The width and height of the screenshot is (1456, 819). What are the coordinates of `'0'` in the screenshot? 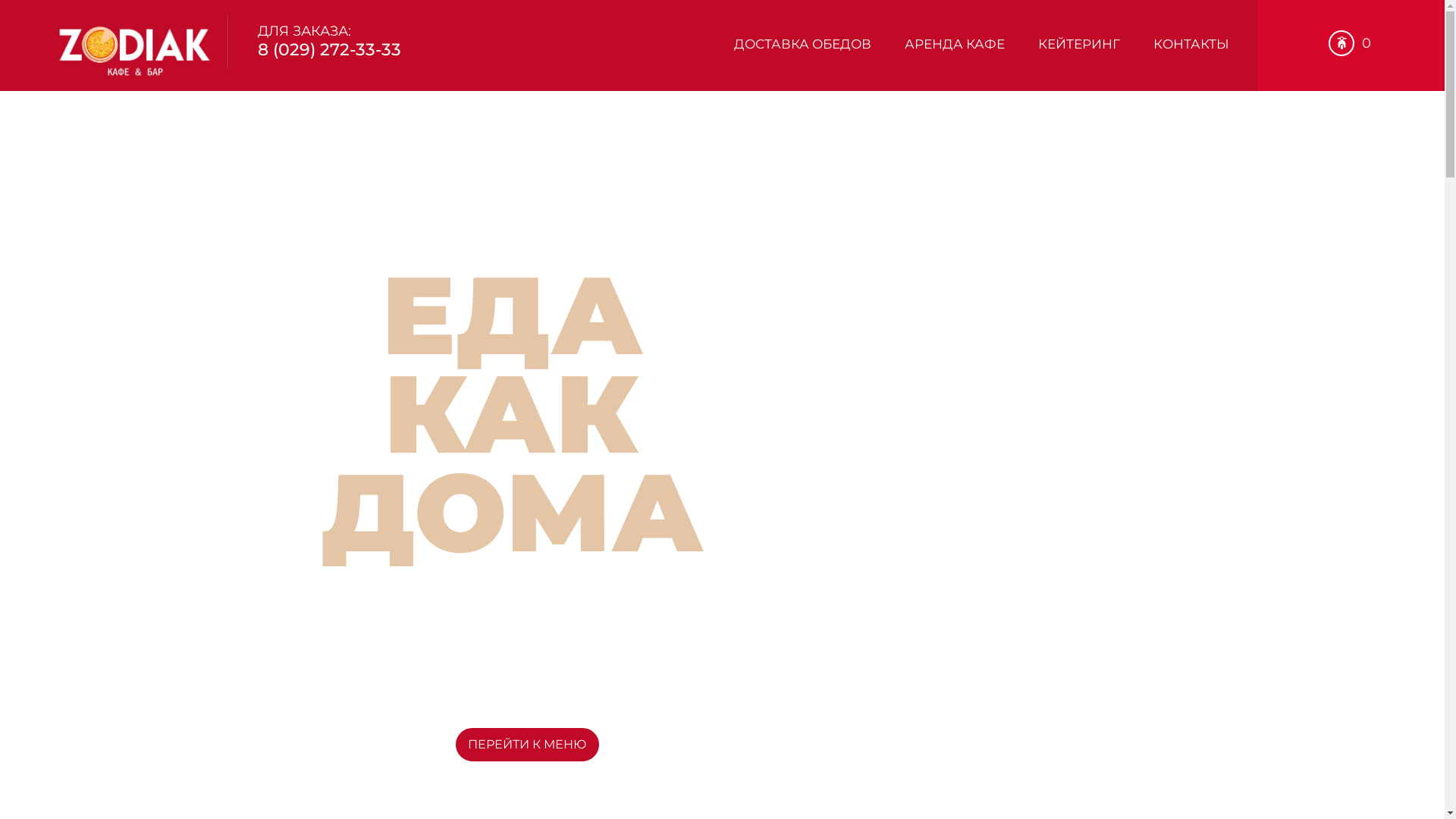 It's located at (1350, 42).